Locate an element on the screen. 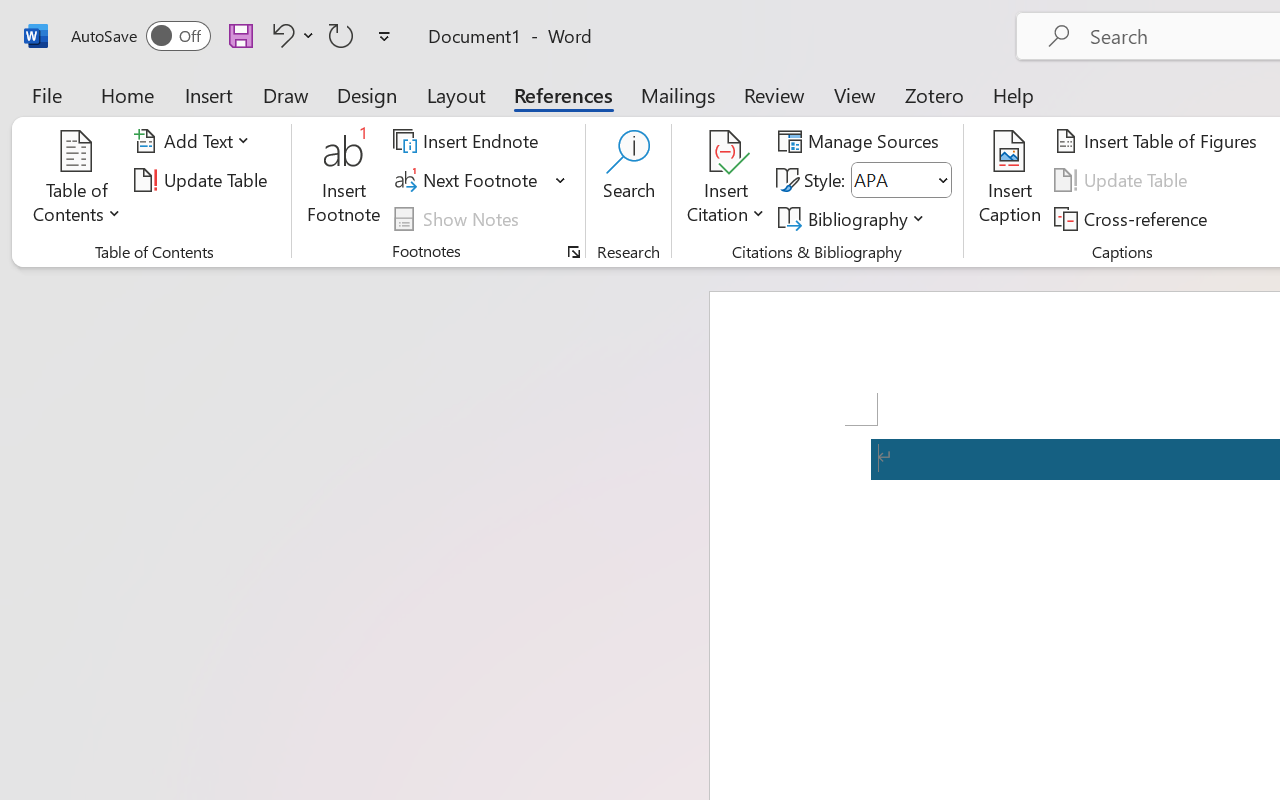  'Insert Footnote' is located at coordinates (344, 179).